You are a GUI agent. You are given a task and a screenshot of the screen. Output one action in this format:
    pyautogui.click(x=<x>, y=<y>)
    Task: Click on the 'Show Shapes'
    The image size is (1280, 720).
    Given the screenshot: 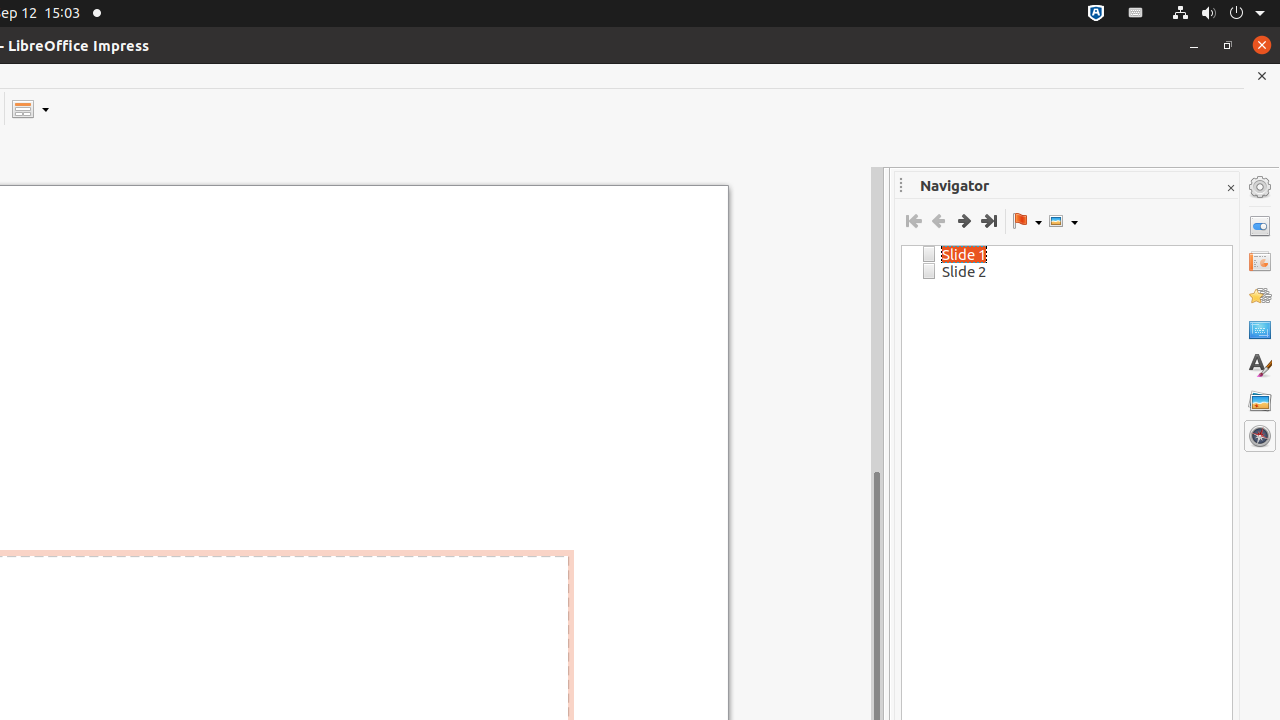 What is the action you would take?
    pyautogui.click(x=1062, y=221)
    